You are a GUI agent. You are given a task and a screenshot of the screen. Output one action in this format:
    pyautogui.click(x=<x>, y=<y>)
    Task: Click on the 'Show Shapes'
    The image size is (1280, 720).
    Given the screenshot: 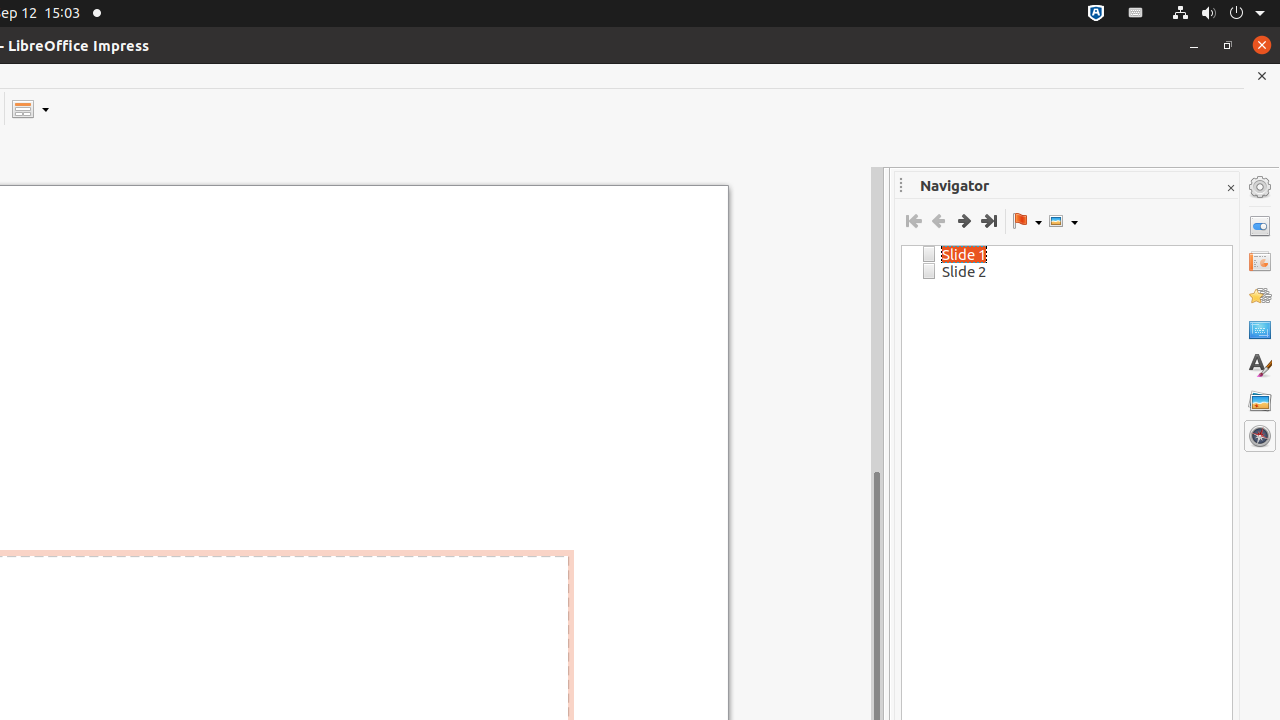 What is the action you would take?
    pyautogui.click(x=1062, y=221)
    